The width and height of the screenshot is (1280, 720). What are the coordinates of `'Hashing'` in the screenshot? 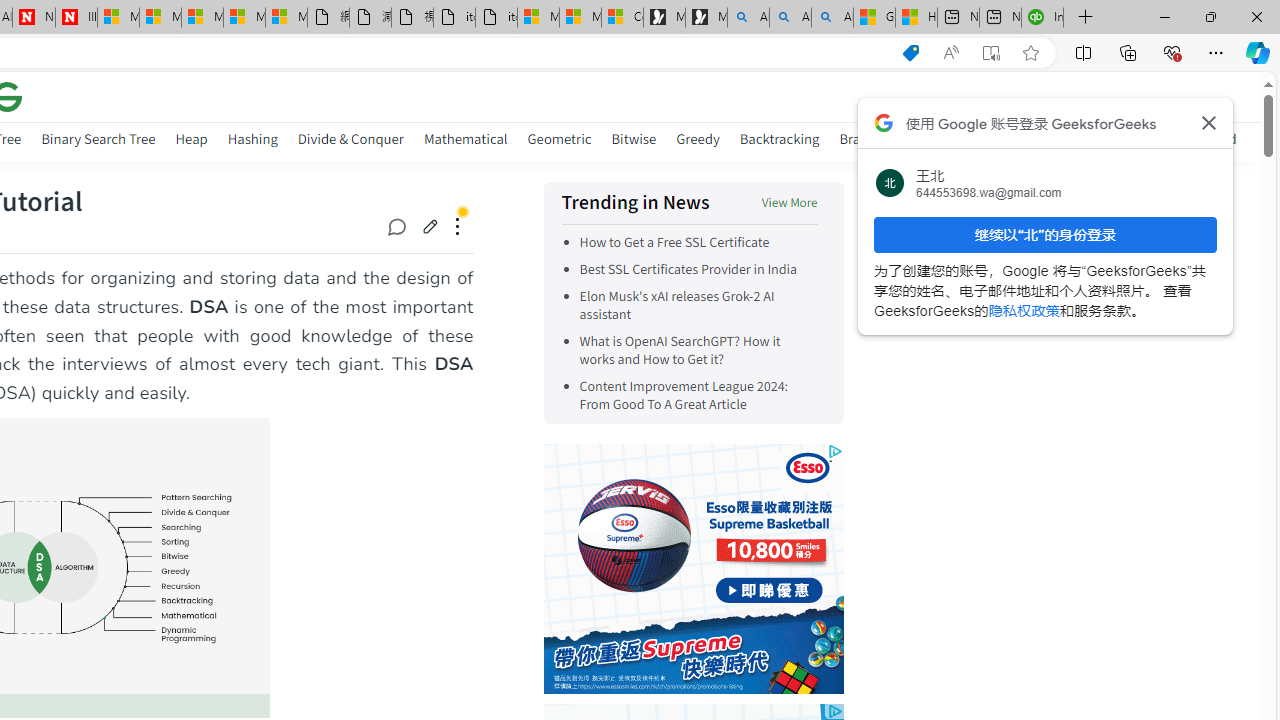 It's located at (251, 141).